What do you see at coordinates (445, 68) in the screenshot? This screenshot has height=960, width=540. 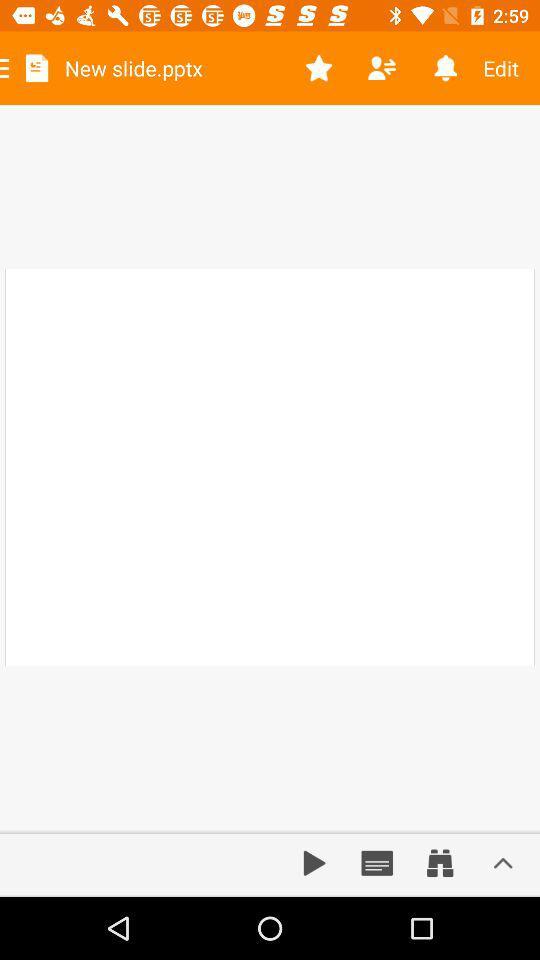 I see `icon to the left of the edit icon` at bounding box center [445, 68].